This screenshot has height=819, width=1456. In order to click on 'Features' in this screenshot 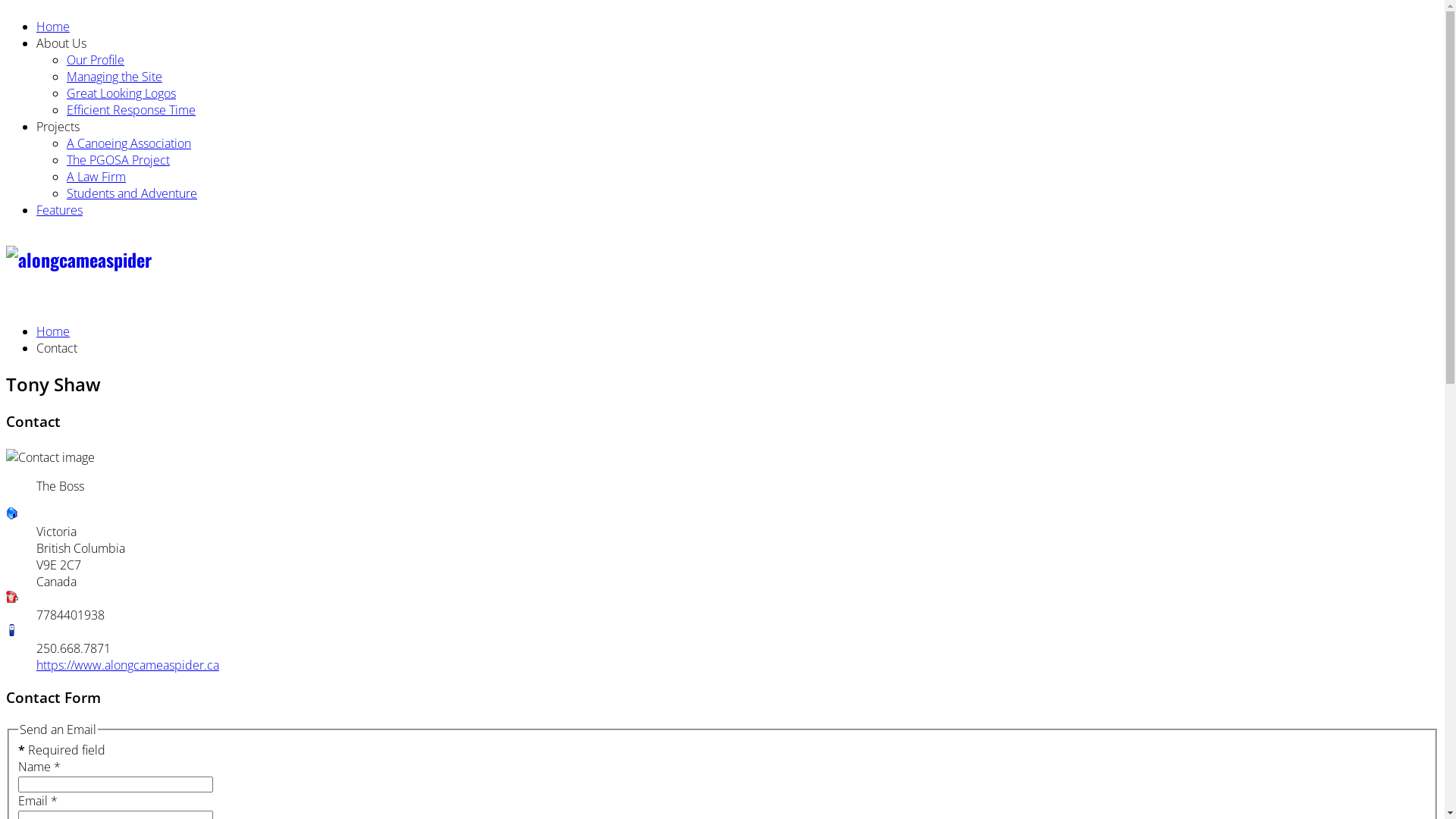, I will do `click(59, 210)`.